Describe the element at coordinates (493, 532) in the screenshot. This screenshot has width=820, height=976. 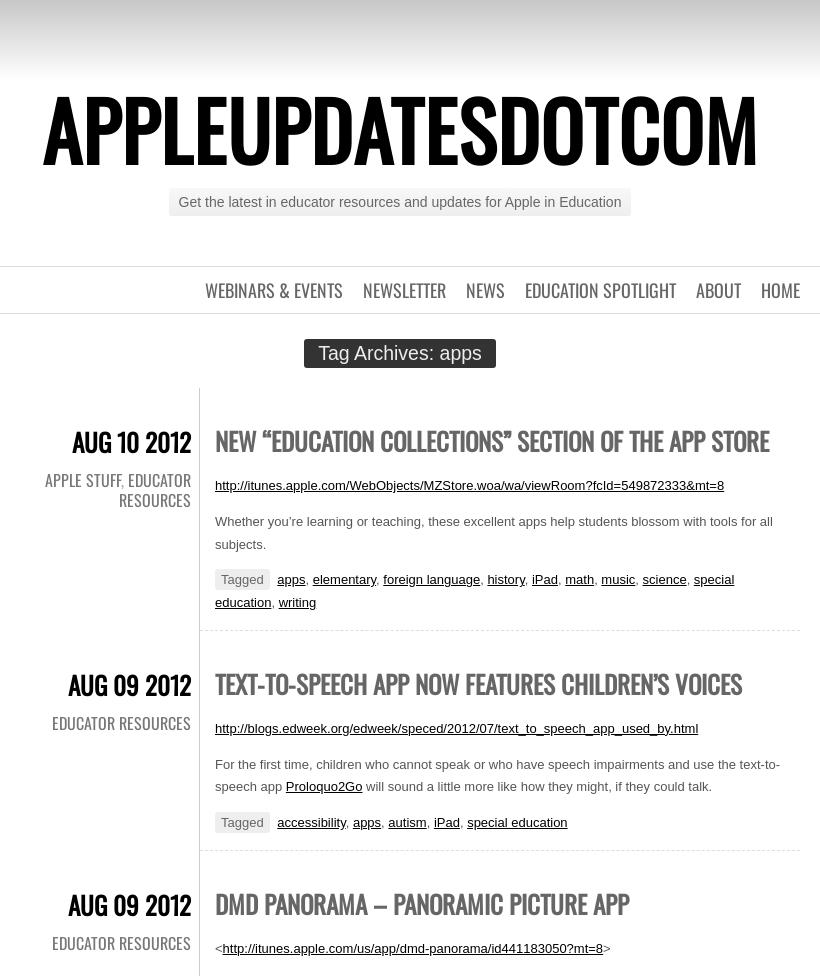
I see `'Whether you’re learning or teaching, these excellent apps help students blossom with tools for all subjects.'` at that location.